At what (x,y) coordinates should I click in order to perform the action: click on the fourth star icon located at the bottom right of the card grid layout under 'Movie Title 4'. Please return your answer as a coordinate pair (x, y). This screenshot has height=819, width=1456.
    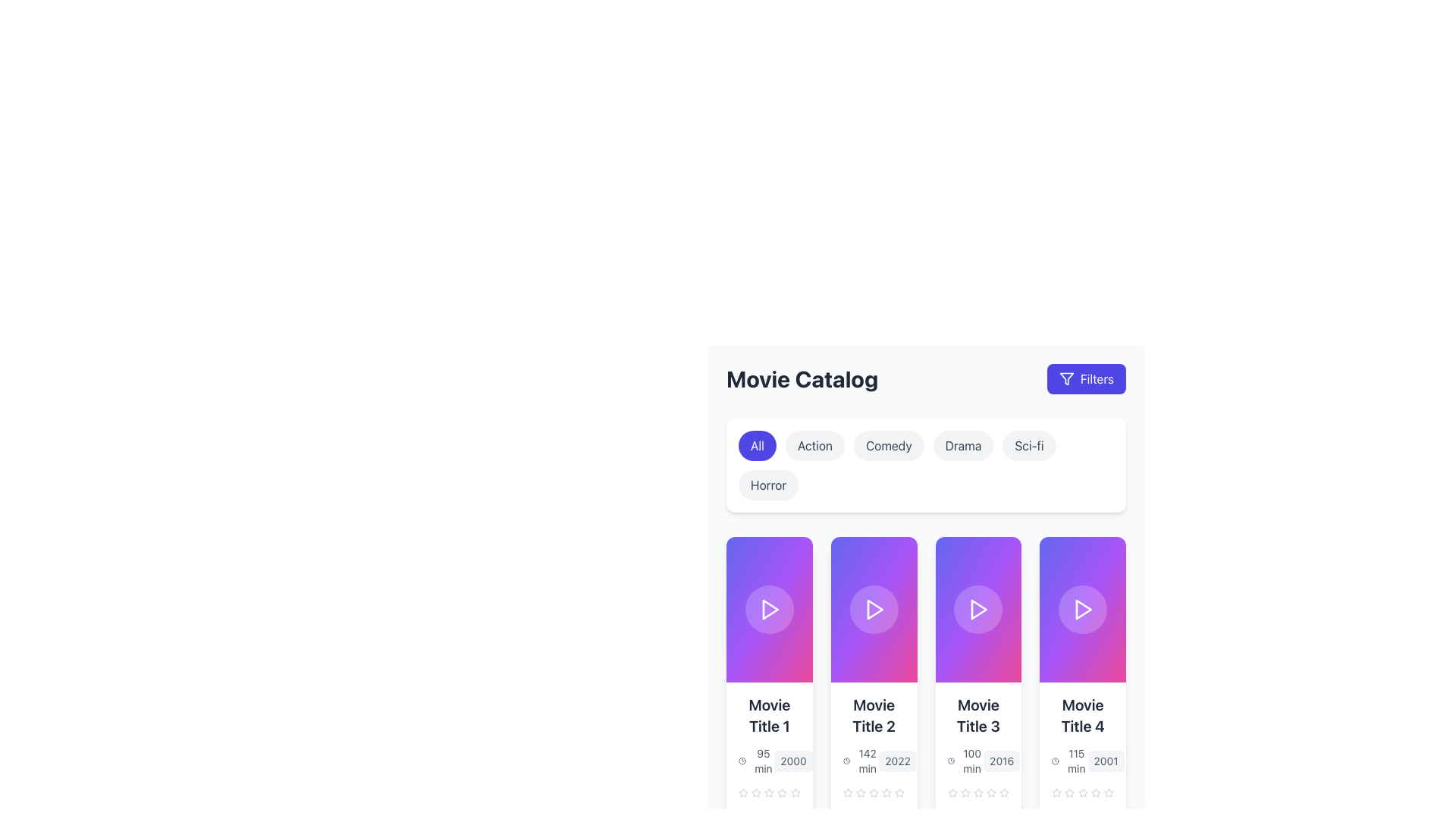
    Looking at the image, I should click on (1082, 792).